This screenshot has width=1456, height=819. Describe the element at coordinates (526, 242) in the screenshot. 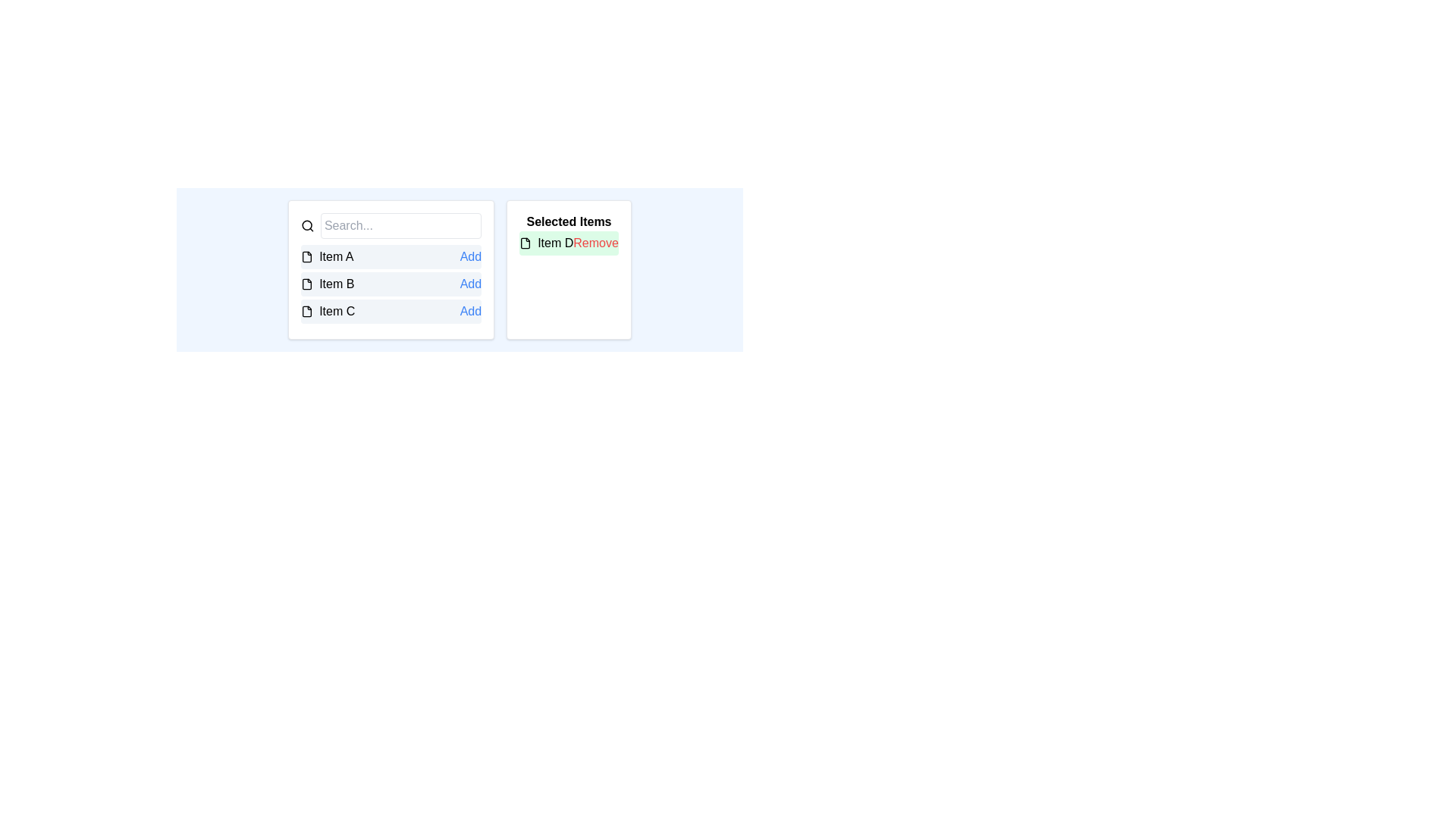

I see `the document file icon located within the 'Selected Items' section, which is the leftmost element under the card labeled 'Item D'` at that location.